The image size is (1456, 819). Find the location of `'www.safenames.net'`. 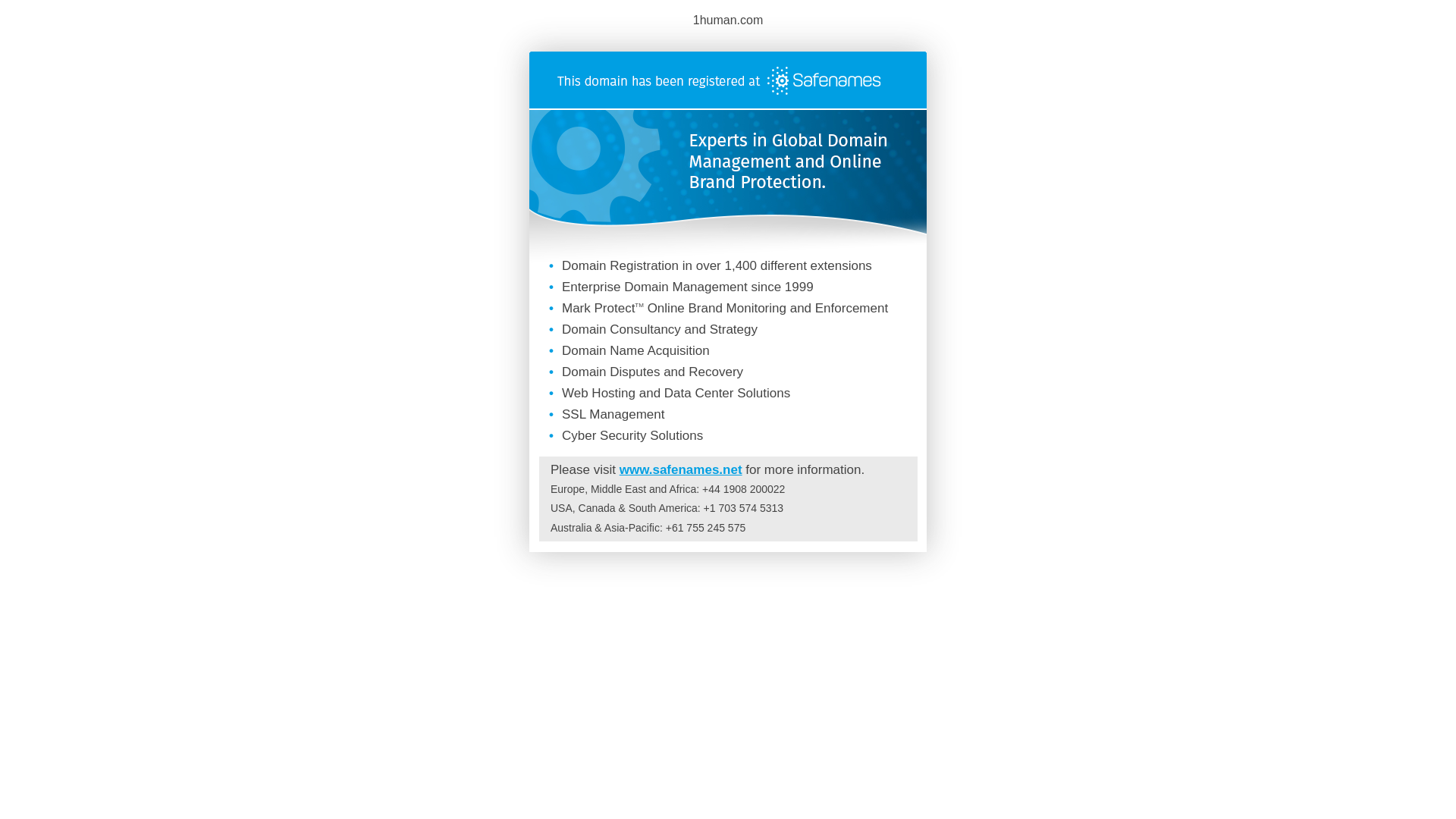

'www.safenames.net' is located at coordinates (679, 469).